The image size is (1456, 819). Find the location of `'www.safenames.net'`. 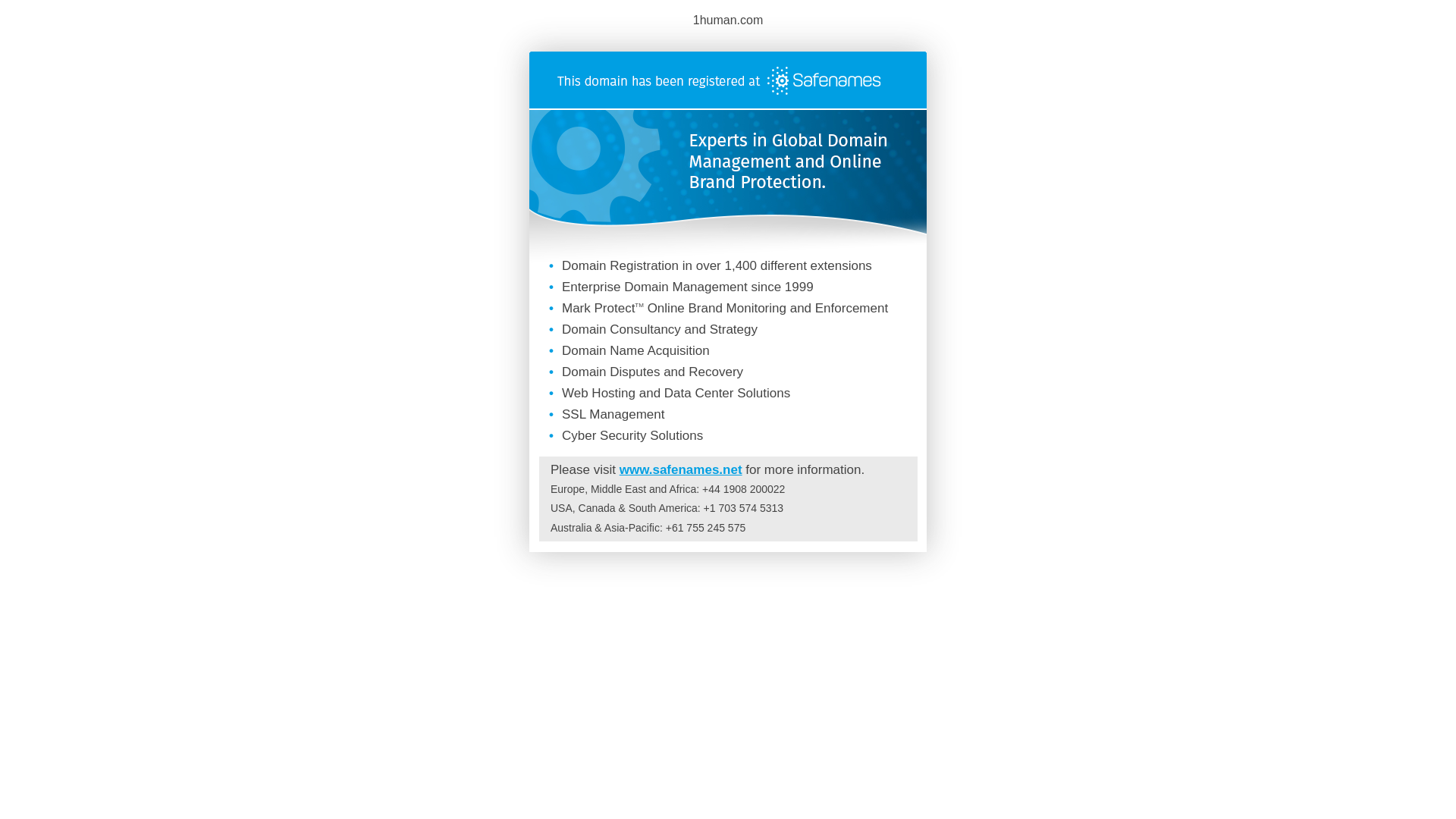

'www.safenames.net' is located at coordinates (679, 469).